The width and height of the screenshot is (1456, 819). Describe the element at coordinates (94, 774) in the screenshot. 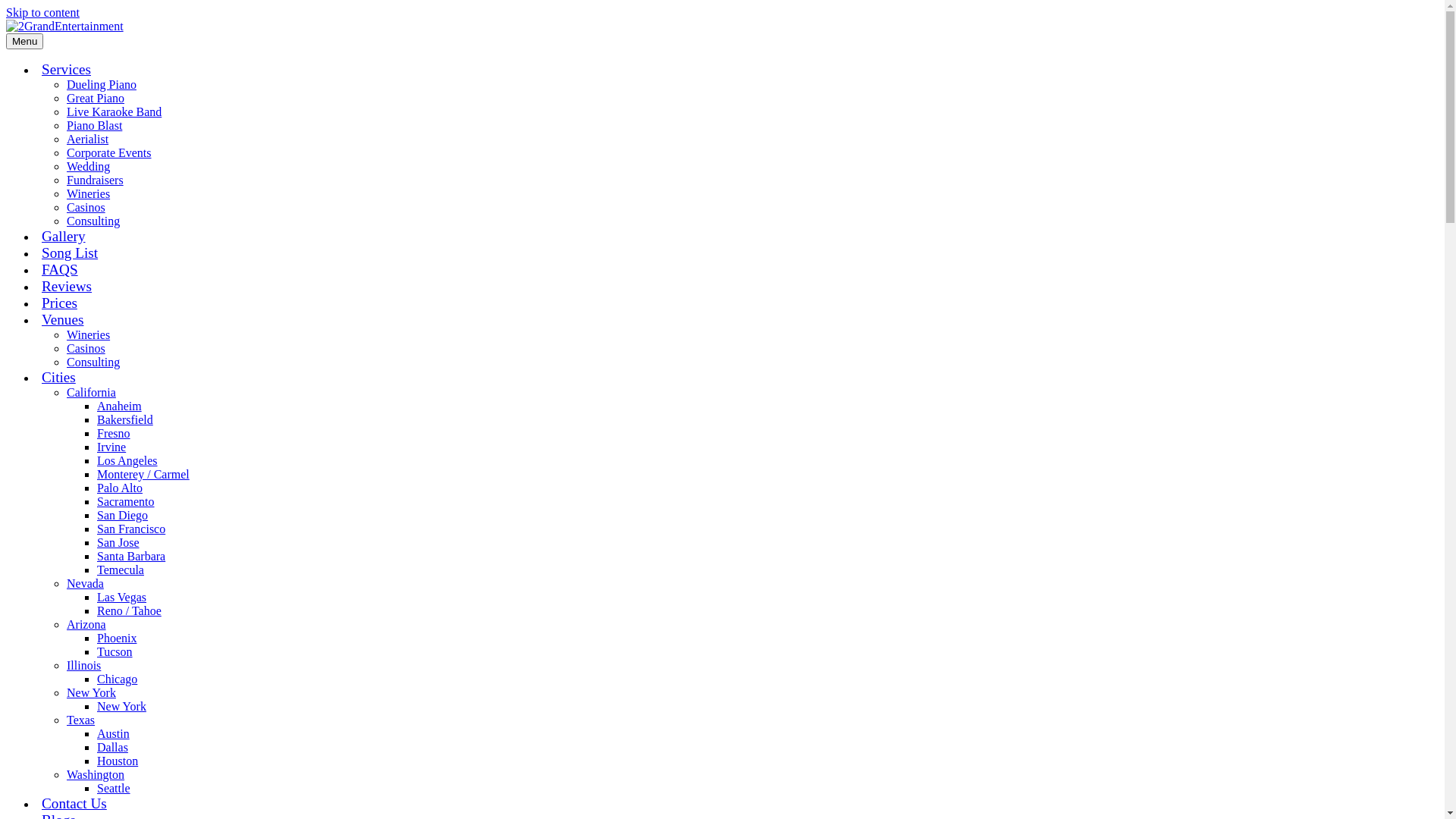

I see `'Washington'` at that location.